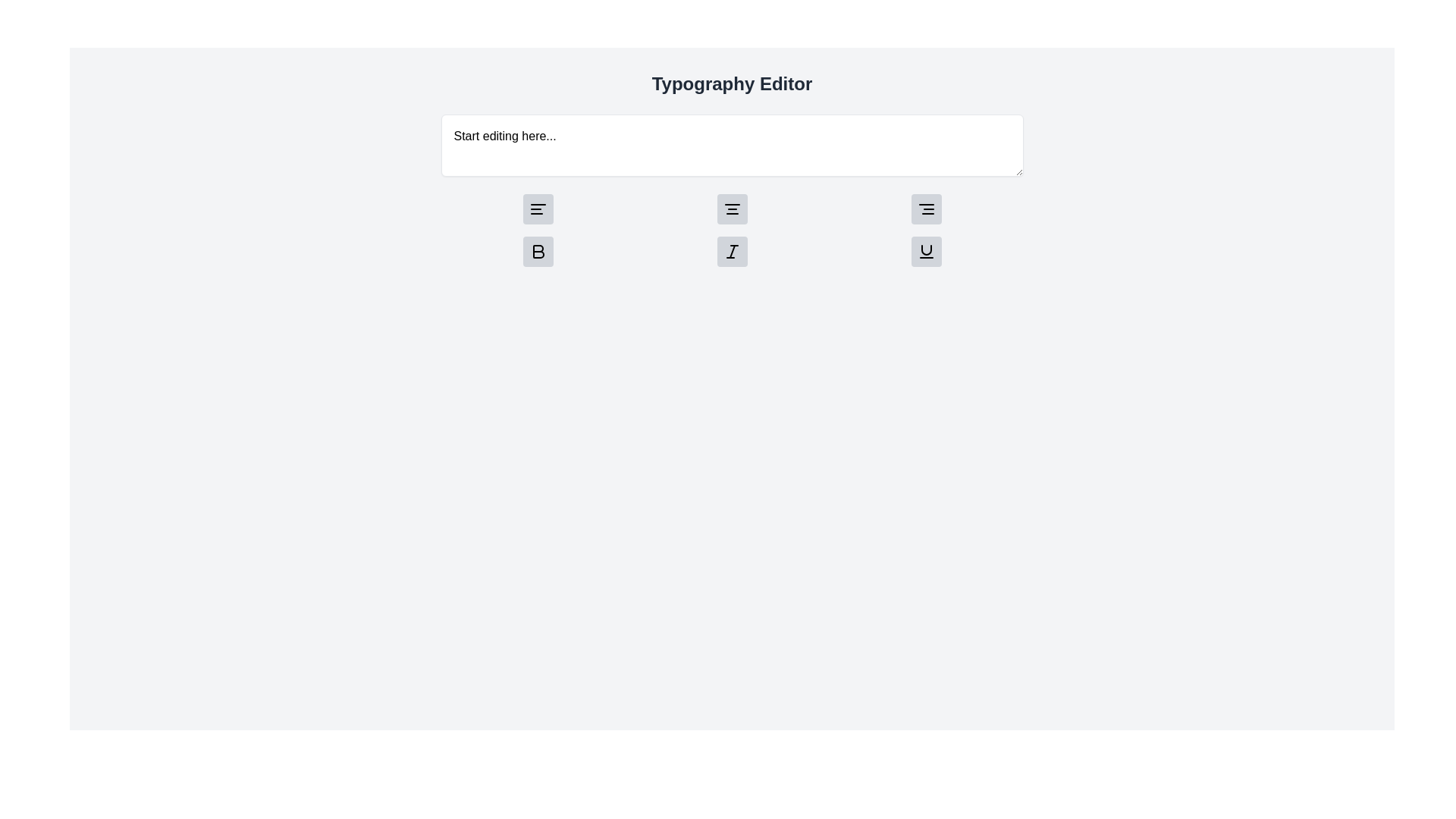 The height and width of the screenshot is (819, 1456). I want to click on the 'Bold' format toggler icon button located in the lower-left area of the grid of text formatting controls, so click(538, 250).